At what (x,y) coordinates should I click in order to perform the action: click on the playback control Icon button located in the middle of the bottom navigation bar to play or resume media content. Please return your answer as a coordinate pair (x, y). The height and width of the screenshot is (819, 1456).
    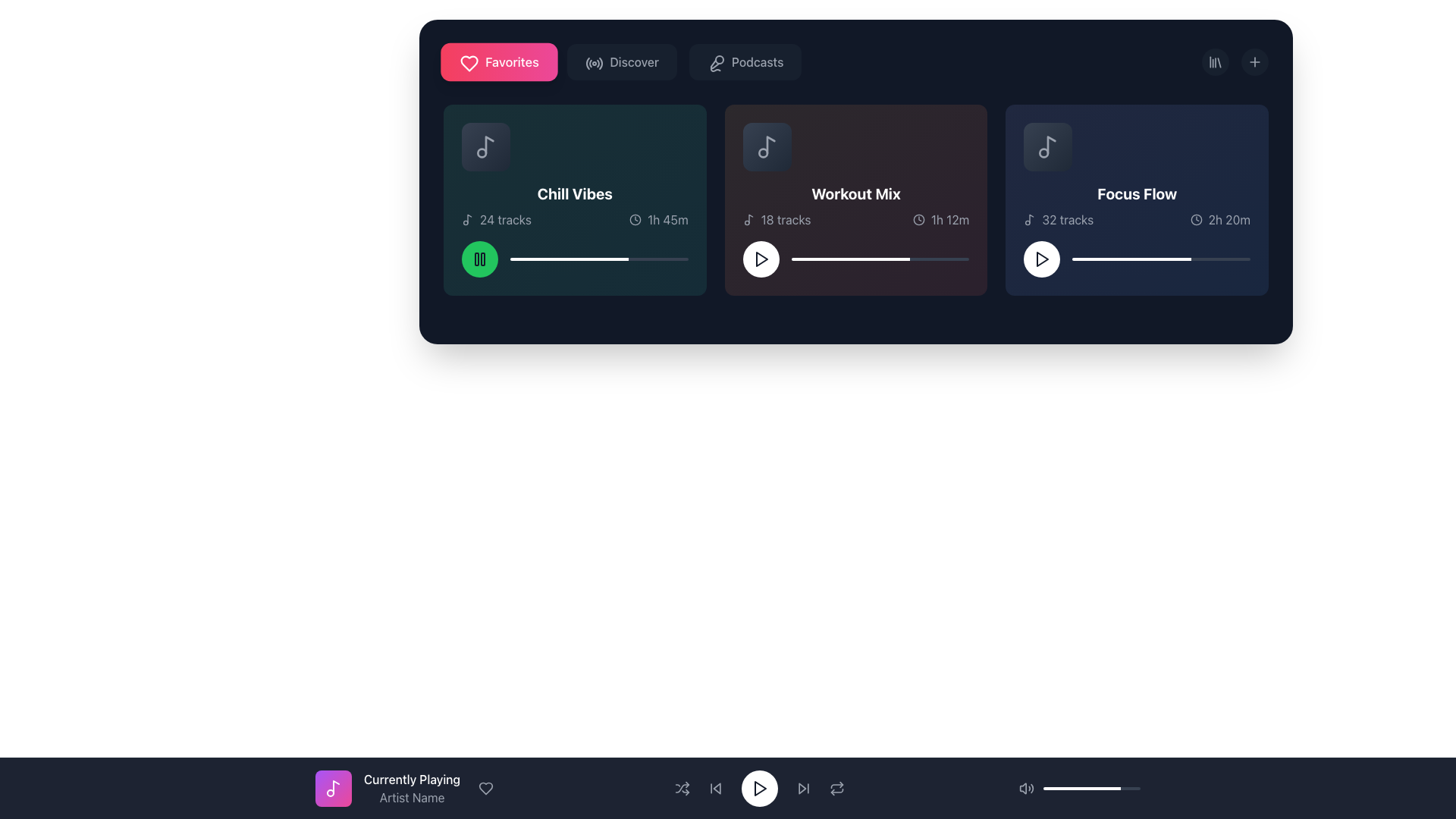
    Looking at the image, I should click on (759, 788).